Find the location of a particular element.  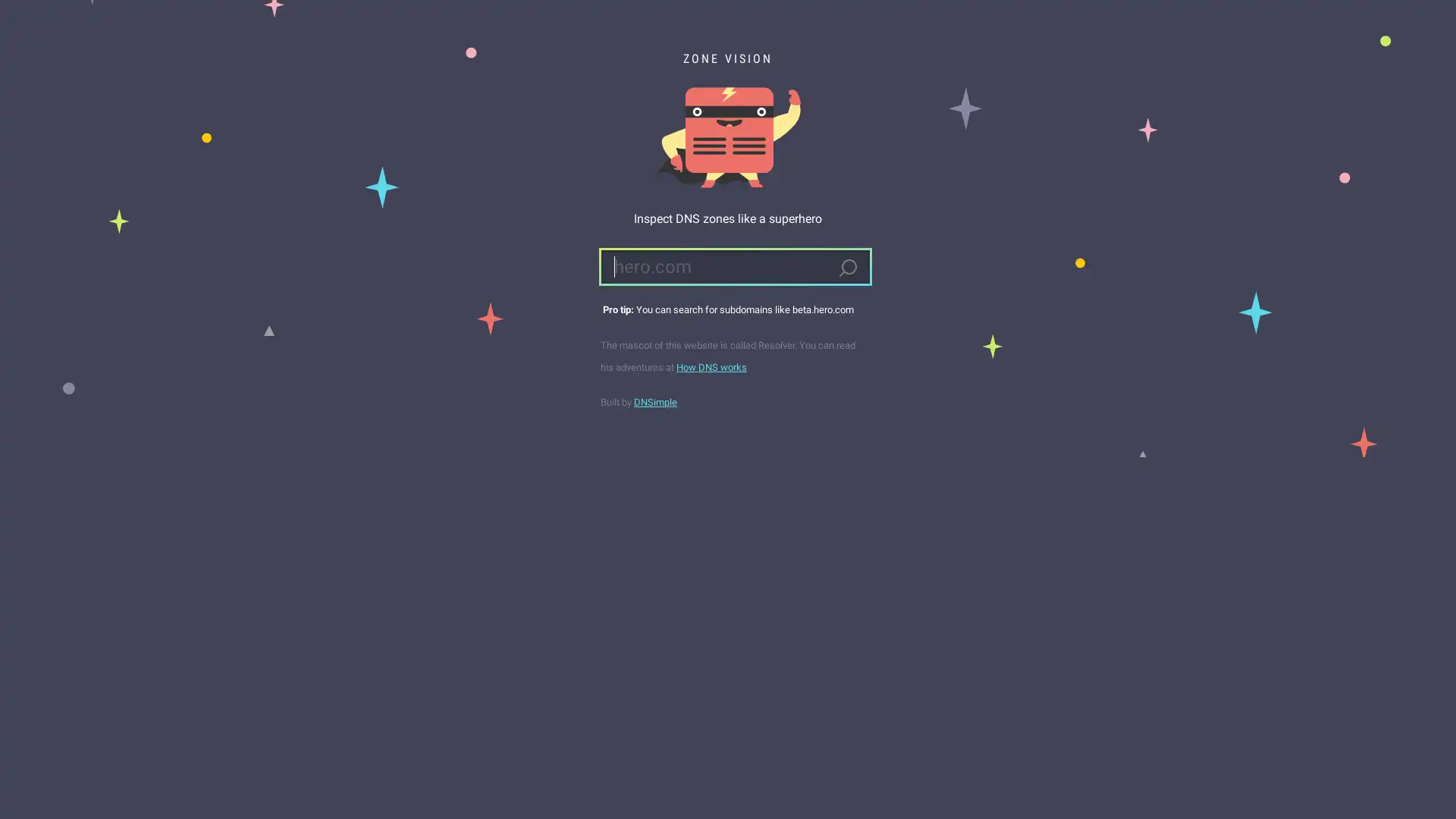

Submit is located at coordinates (846, 268).